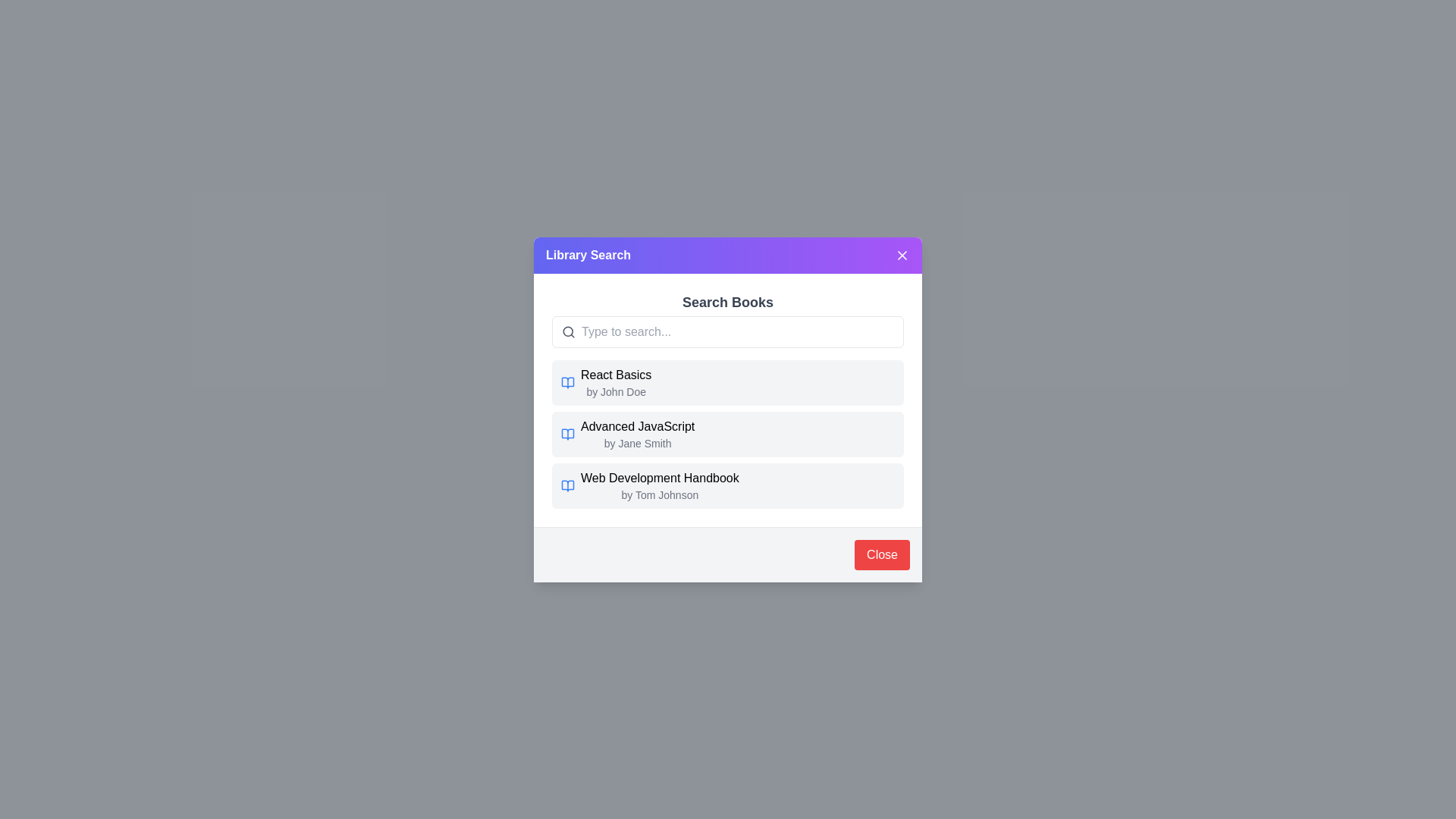 This screenshot has height=819, width=1456. What do you see at coordinates (728, 434) in the screenshot?
I see `the second list item containing book details, which includes the title and author` at bounding box center [728, 434].